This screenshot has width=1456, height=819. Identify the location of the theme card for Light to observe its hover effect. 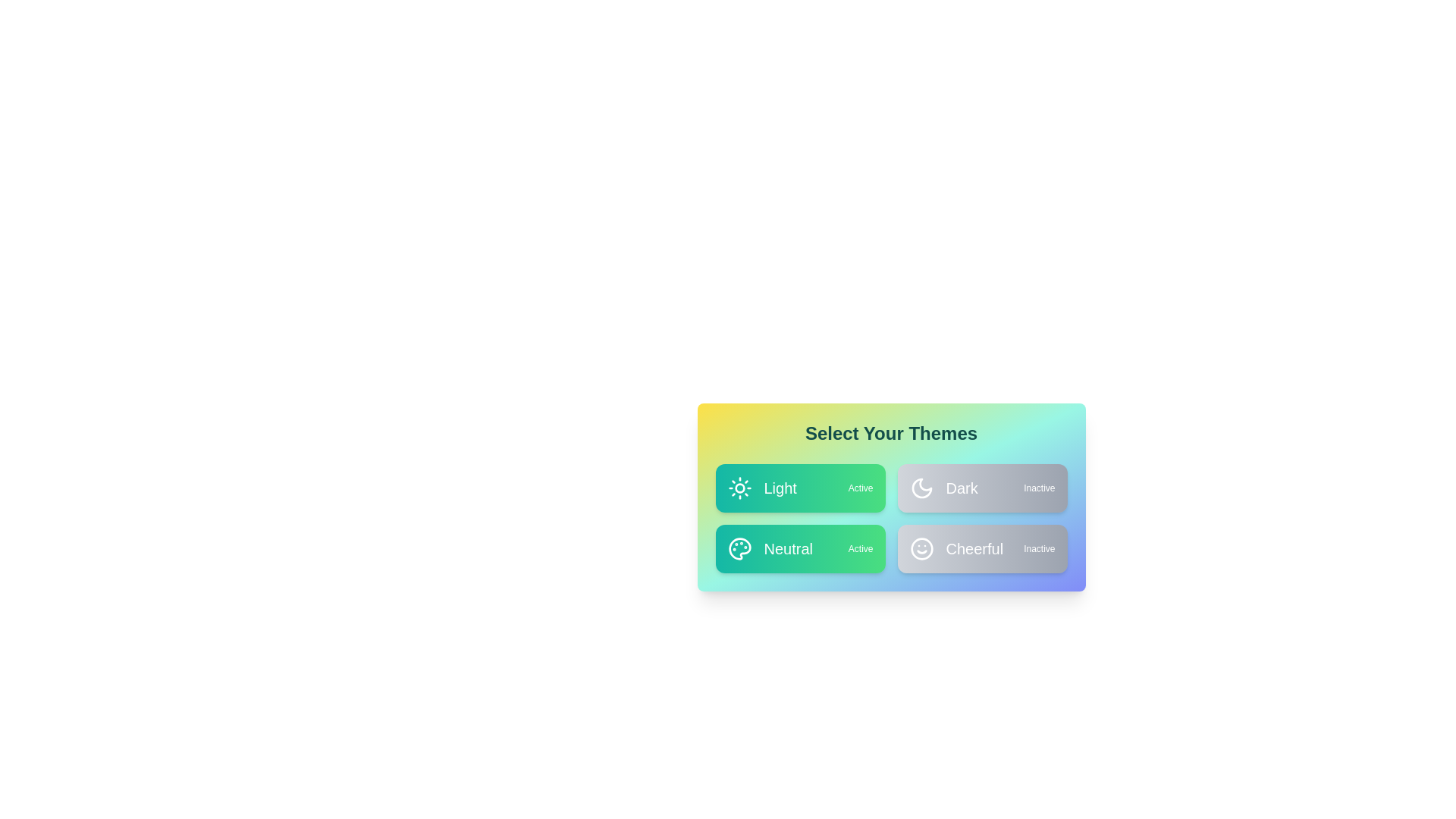
(799, 488).